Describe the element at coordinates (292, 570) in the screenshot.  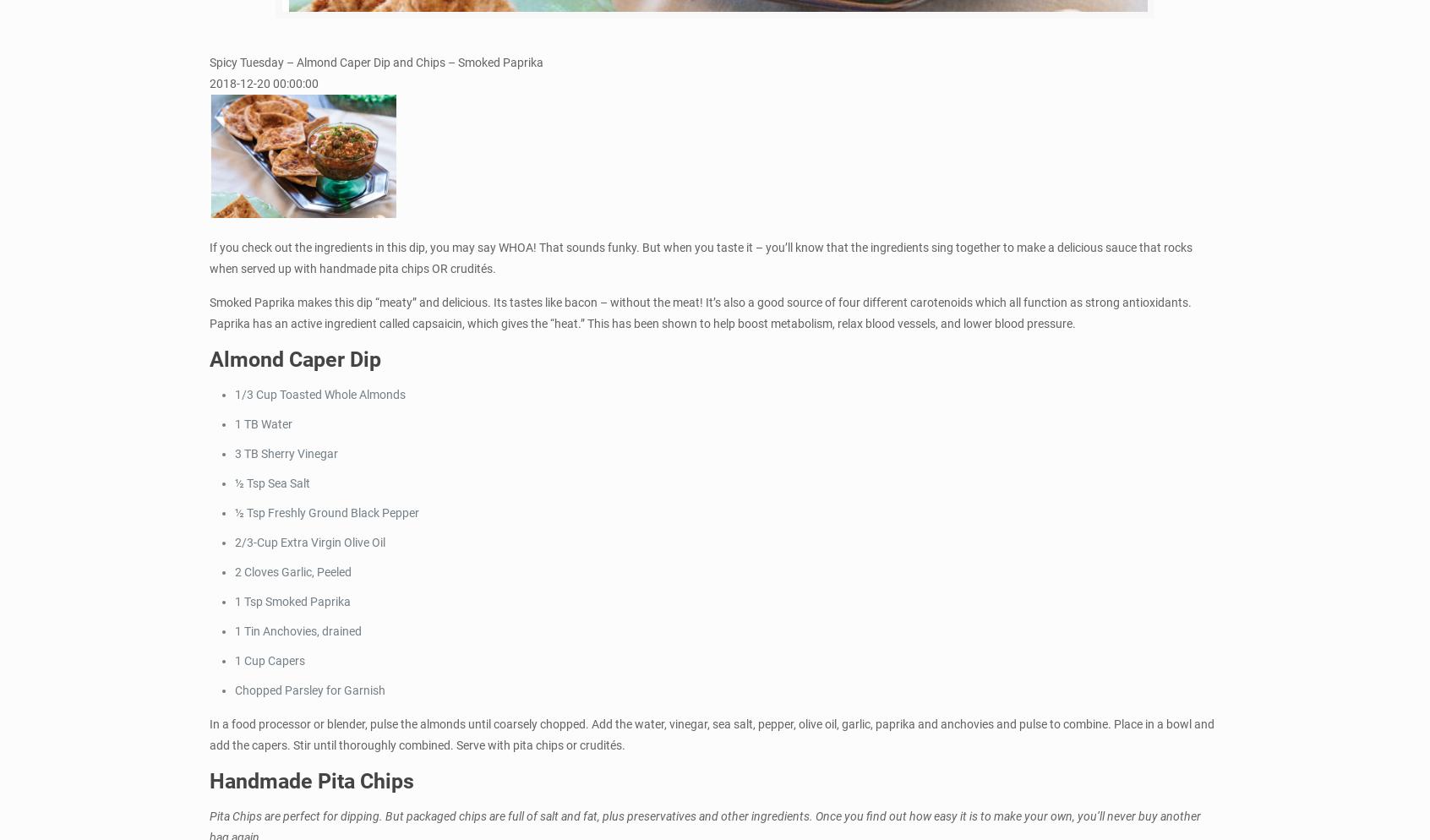
I see `'2 Cloves Garlic, Peeled'` at that location.